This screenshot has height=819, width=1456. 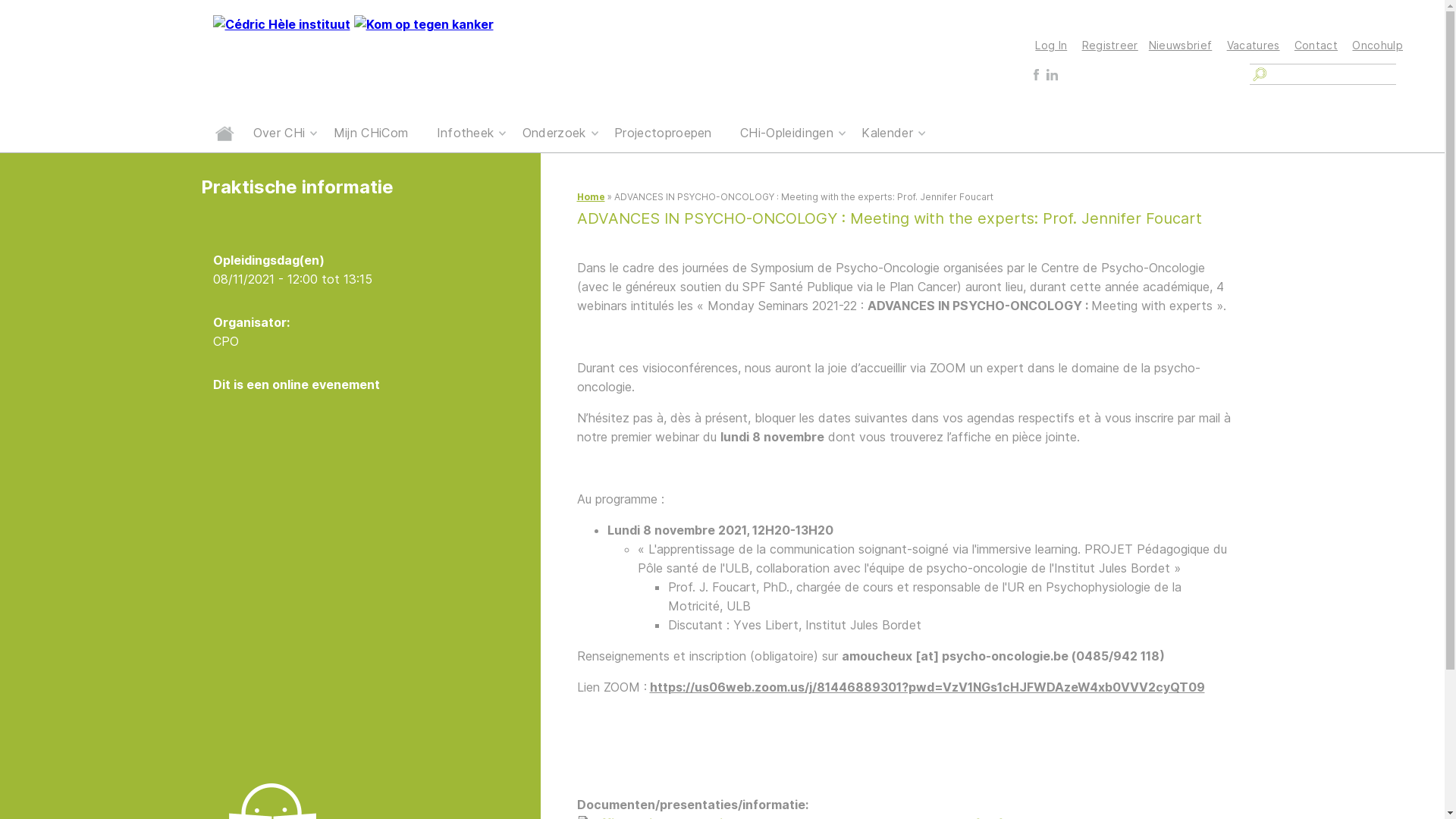 What do you see at coordinates (887, 132) in the screenshot?
I see `'Kalender'` at bounding box center [887, 132].